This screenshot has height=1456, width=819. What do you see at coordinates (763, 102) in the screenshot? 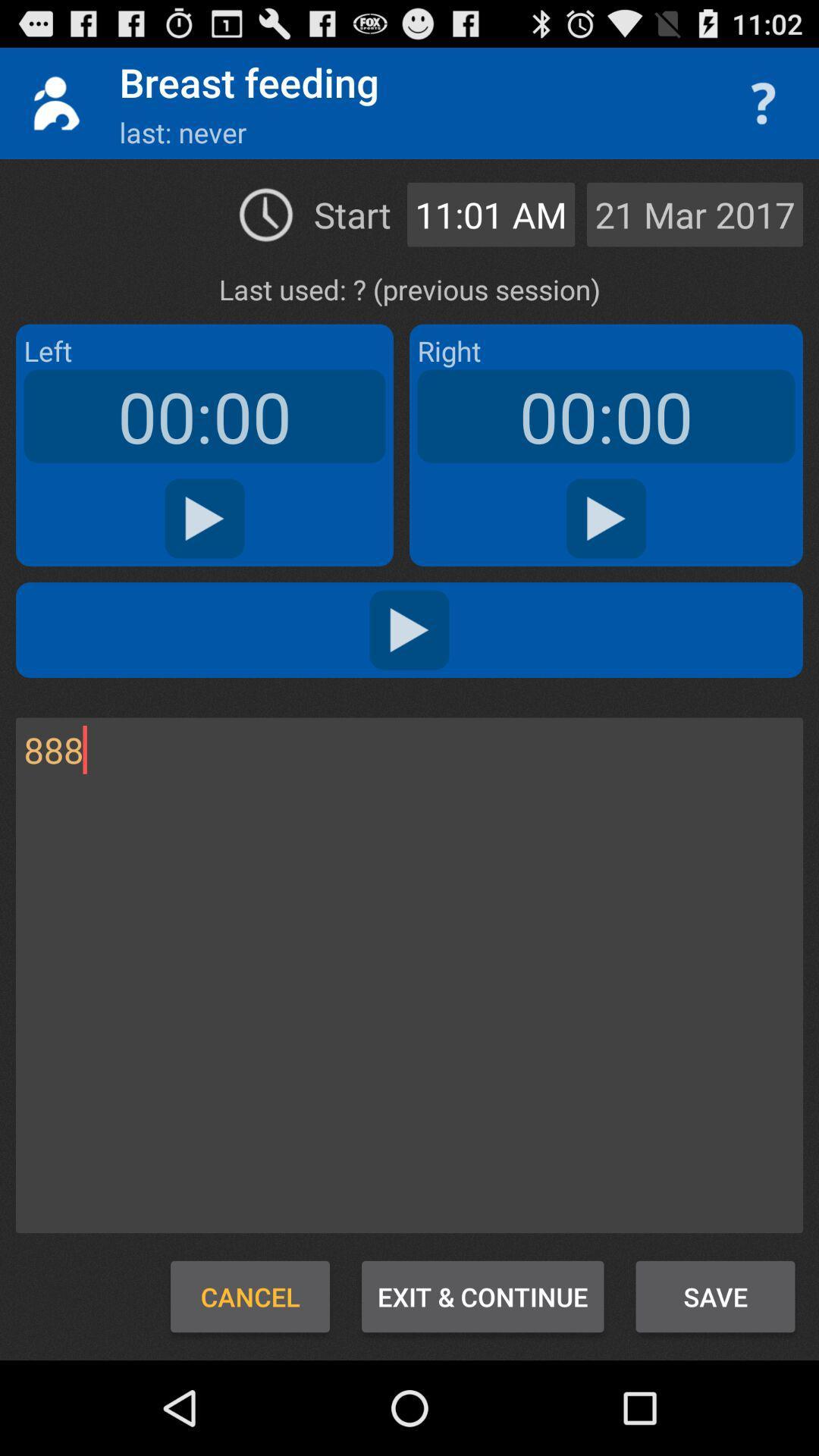
I see `question mark` at bounding box center [763, 102].